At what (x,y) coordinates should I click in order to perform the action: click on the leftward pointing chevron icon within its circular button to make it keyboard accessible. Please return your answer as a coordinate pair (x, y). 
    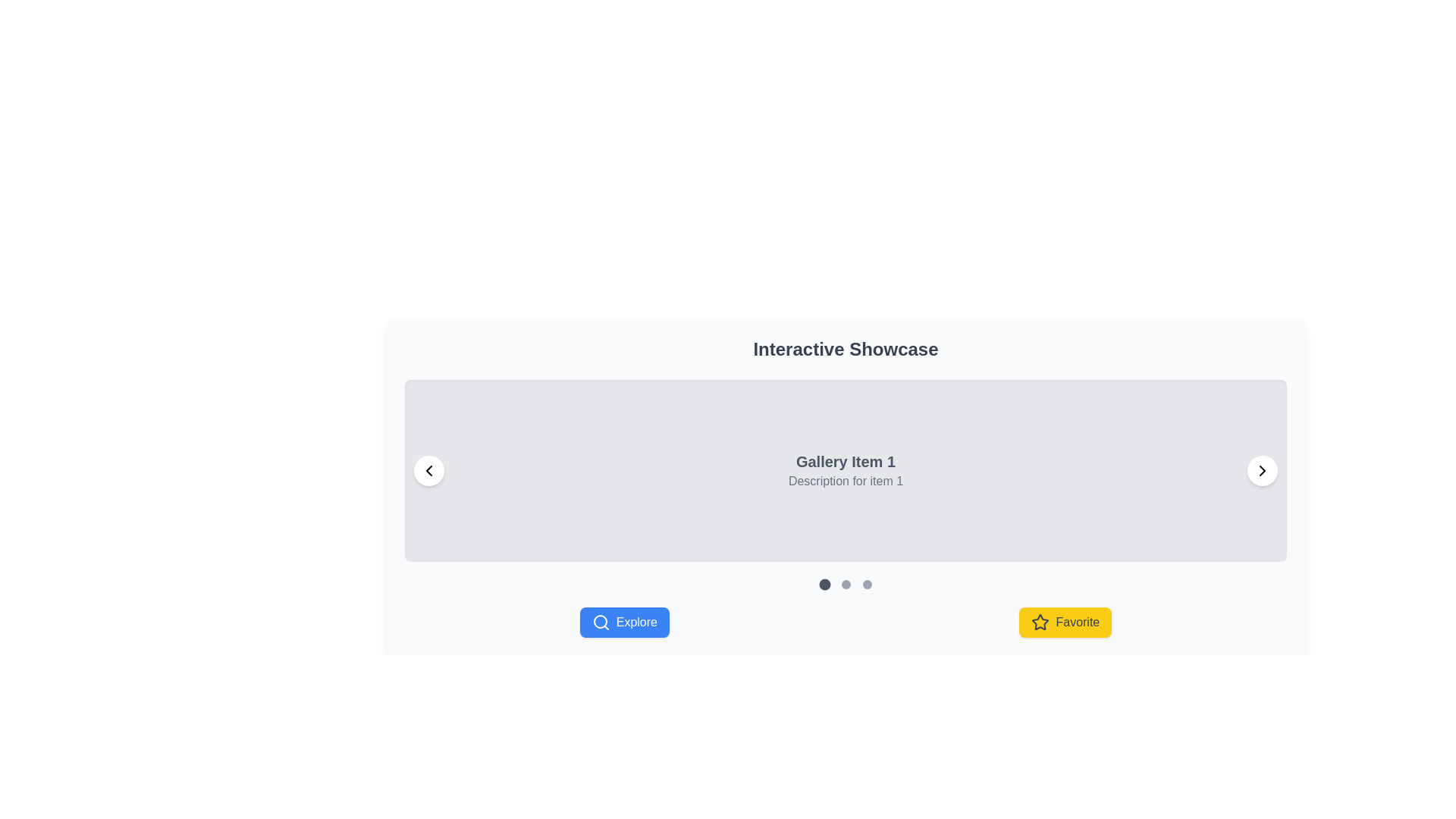
    Looking at the image, I should click on (428, 470).